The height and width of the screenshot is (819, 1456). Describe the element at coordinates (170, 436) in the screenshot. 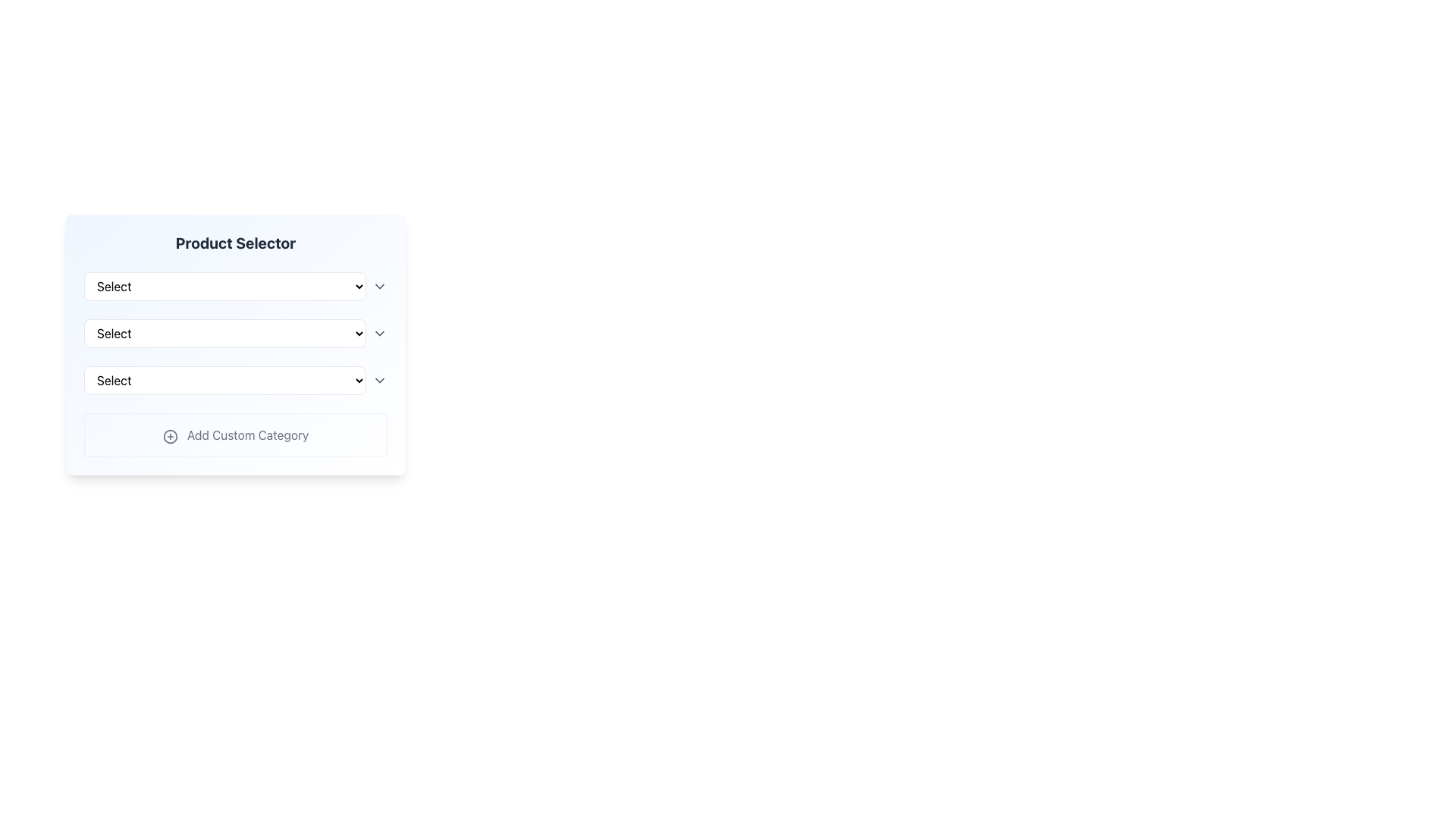

I see `the circular outline of the 'Add Custom Category' button icon, which is part of a graphic representation with a plus sign` at that location.